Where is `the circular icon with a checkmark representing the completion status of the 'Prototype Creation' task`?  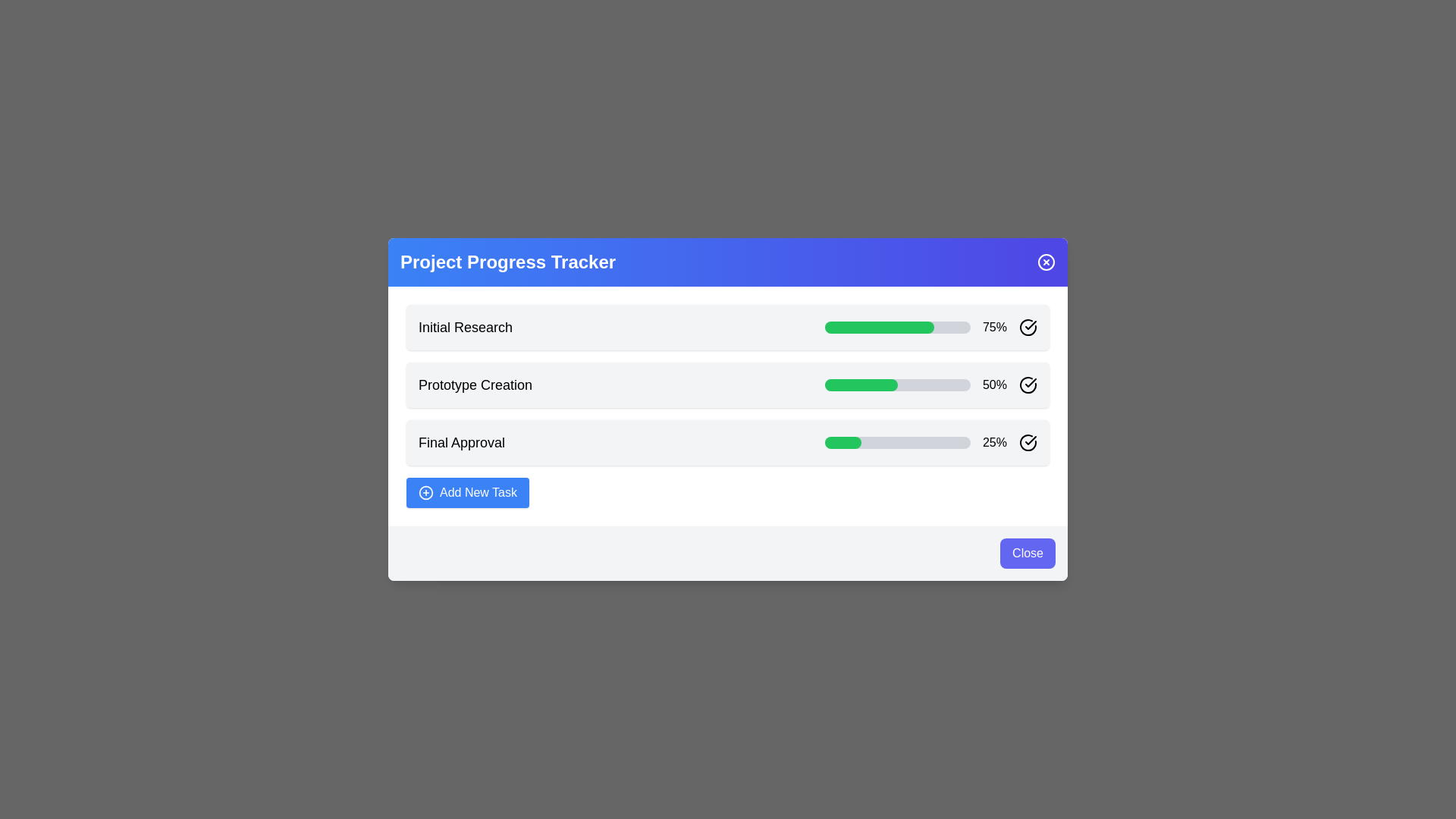
the circular icon with a checkmark representing the completion status of the 'Prototype Creation' task is located at coordinates (1028, 327).